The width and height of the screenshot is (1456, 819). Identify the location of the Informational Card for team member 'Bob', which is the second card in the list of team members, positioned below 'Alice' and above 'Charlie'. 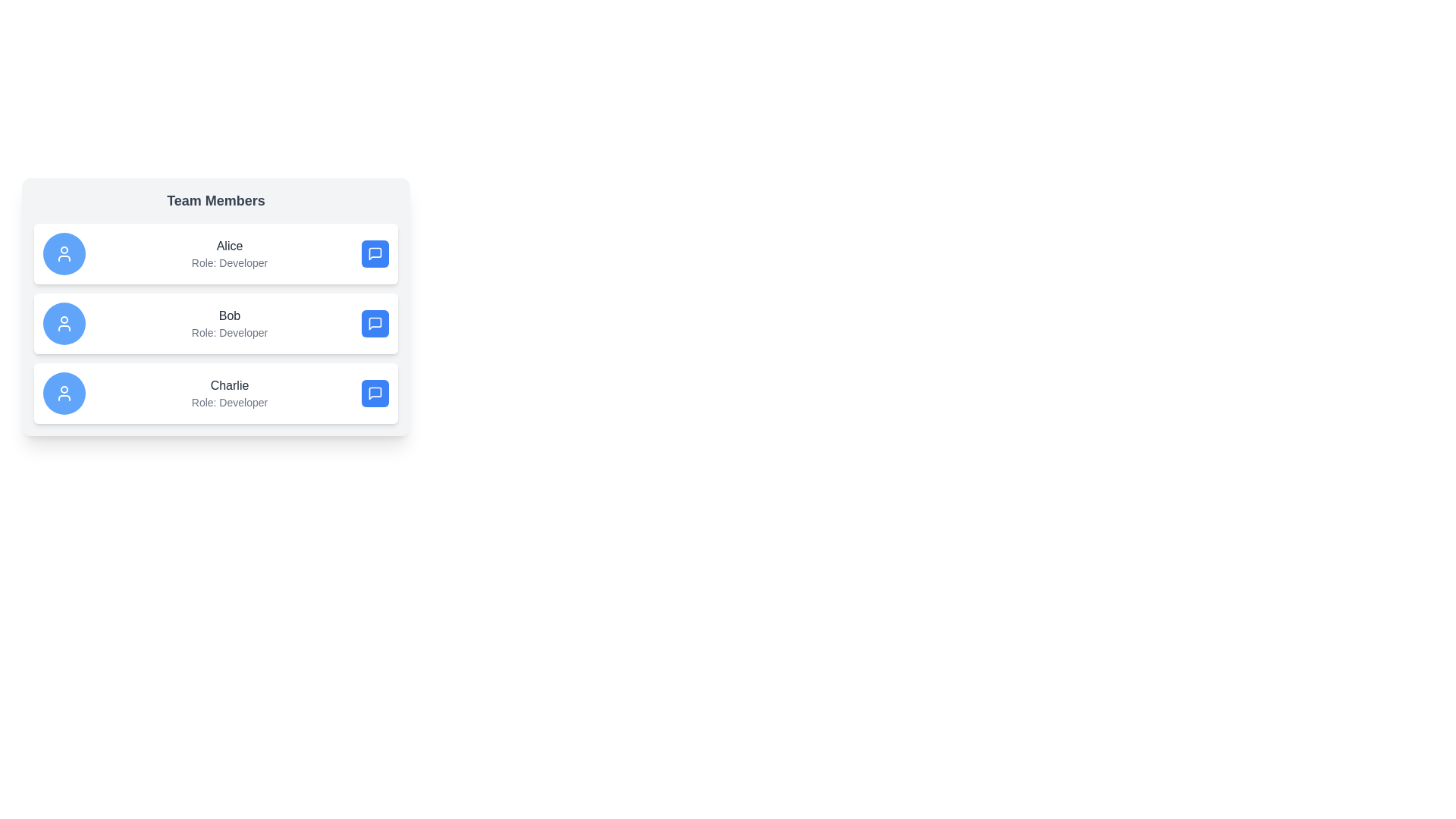
(215, 307).